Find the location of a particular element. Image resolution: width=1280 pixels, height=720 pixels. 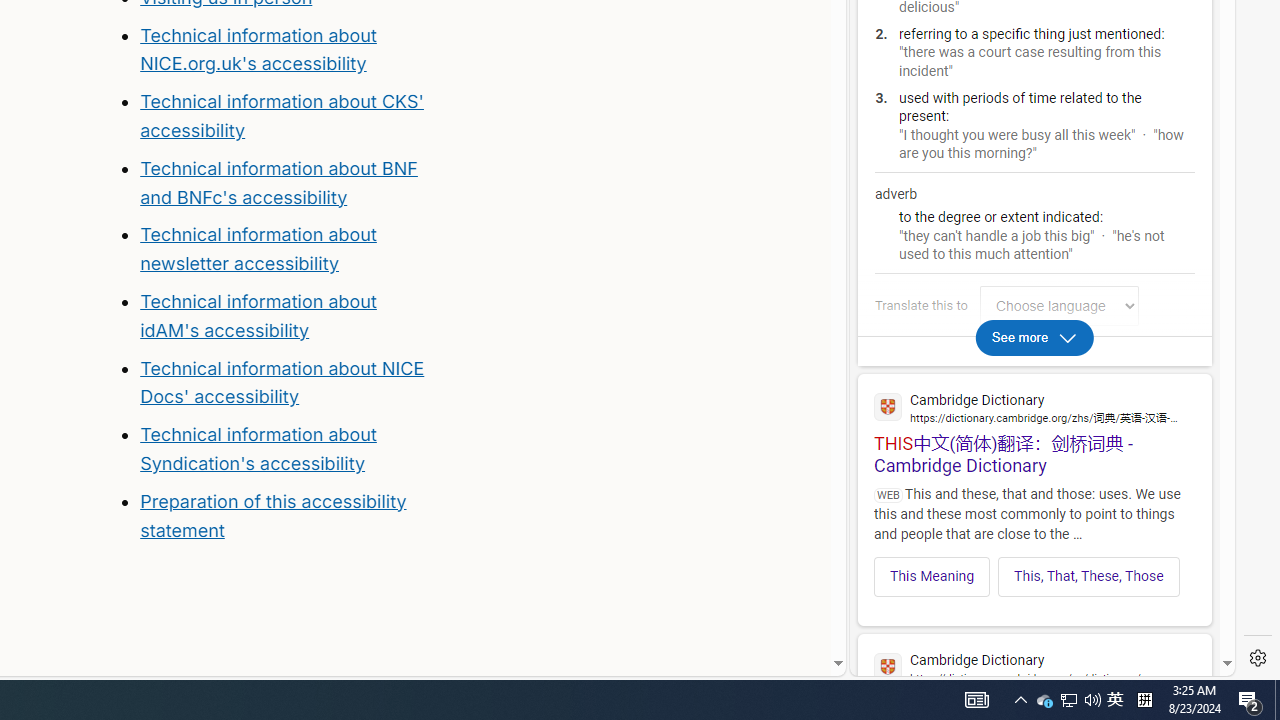

'This Meaning' is located at coordinates (931, 576).